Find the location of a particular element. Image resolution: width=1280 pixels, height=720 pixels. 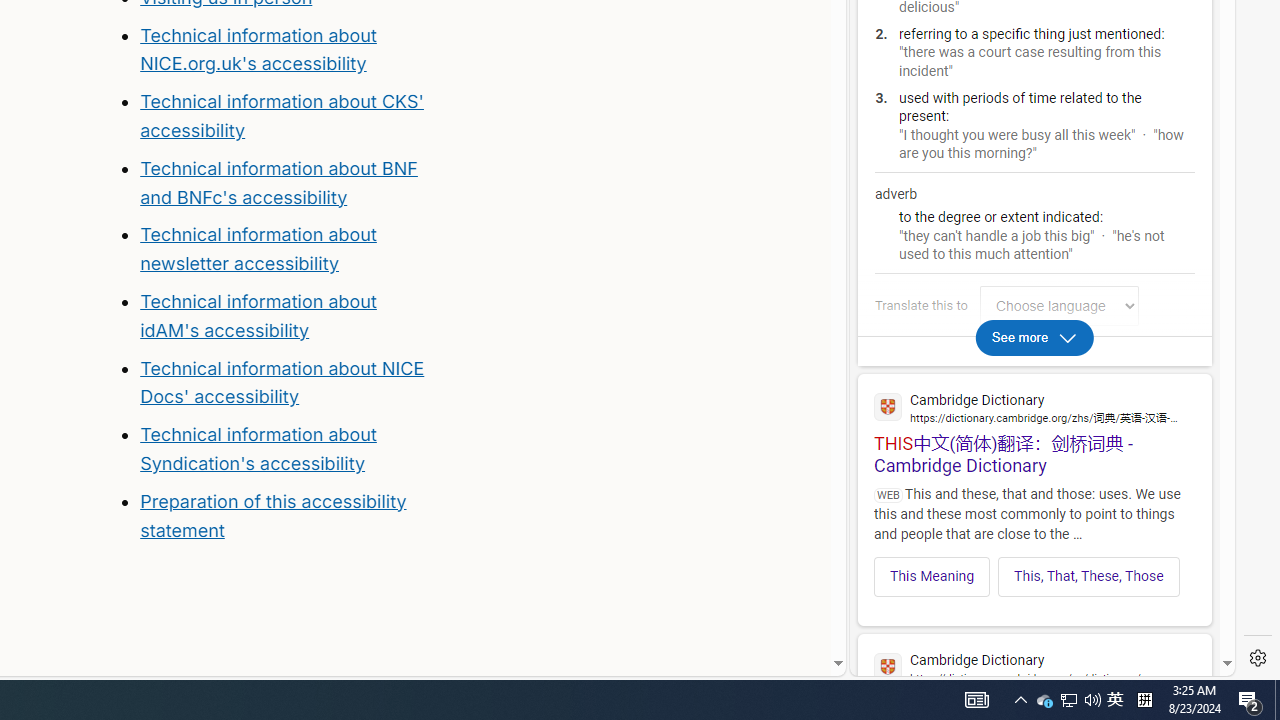

'This Meaning' is located at coordinates (931, 576).